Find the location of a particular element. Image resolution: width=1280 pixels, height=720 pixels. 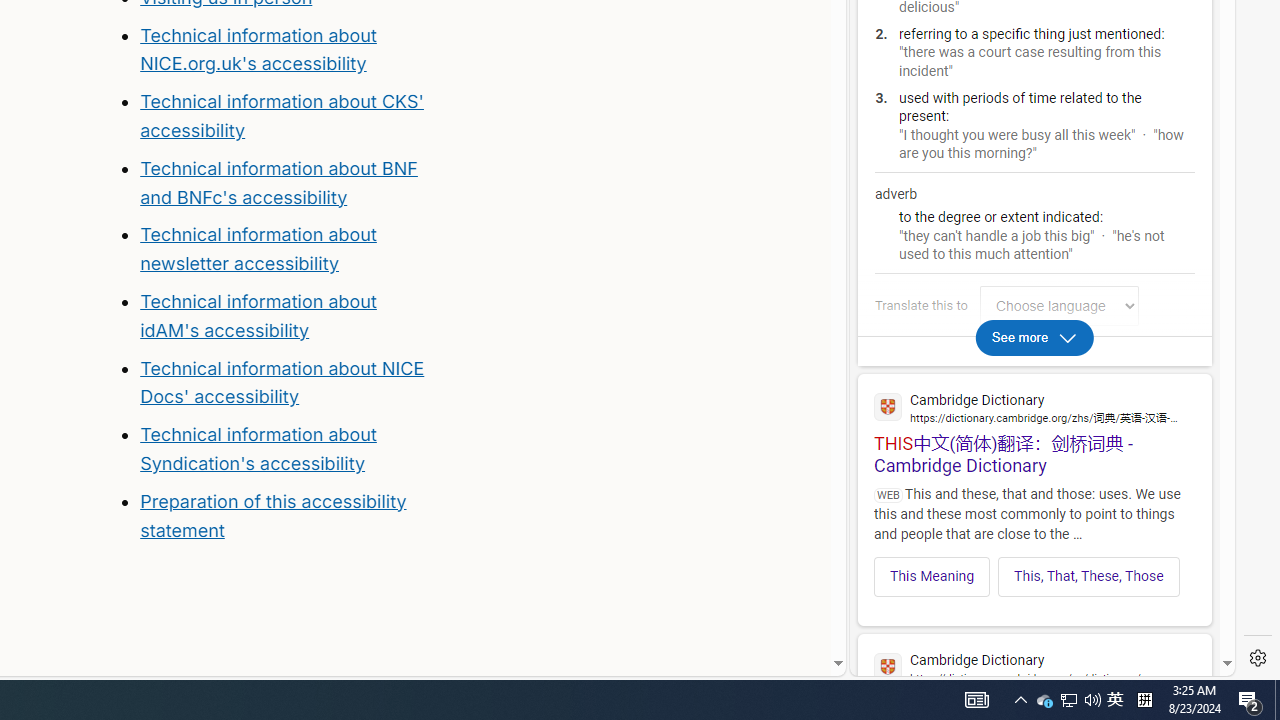

'This Meaning' is located at coordinates (931, 576).